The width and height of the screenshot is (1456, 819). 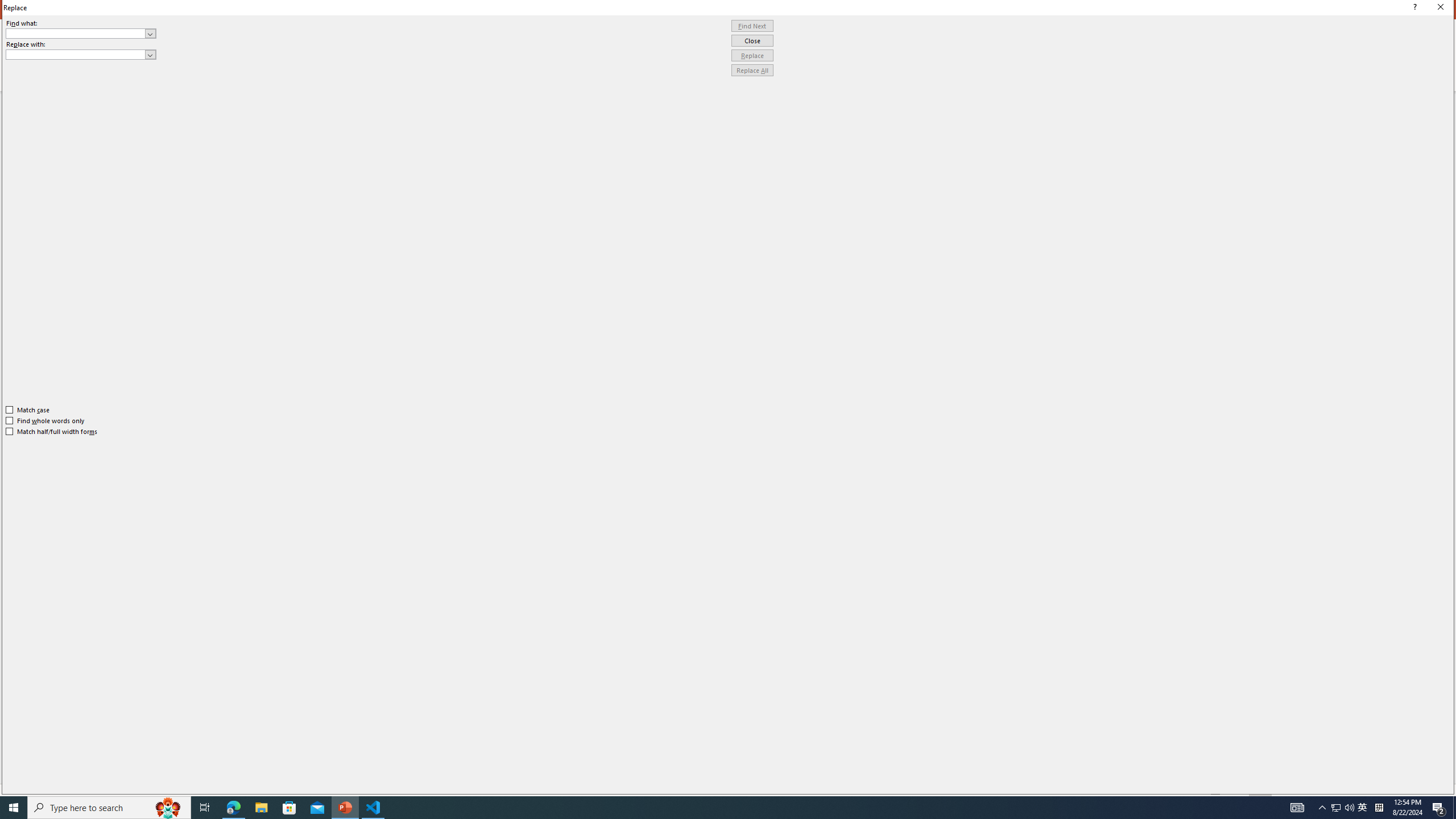 What do you see at coordinates (76, 33) in the screenshot?
I see `'Find what'` at bounding box center [76, 33].